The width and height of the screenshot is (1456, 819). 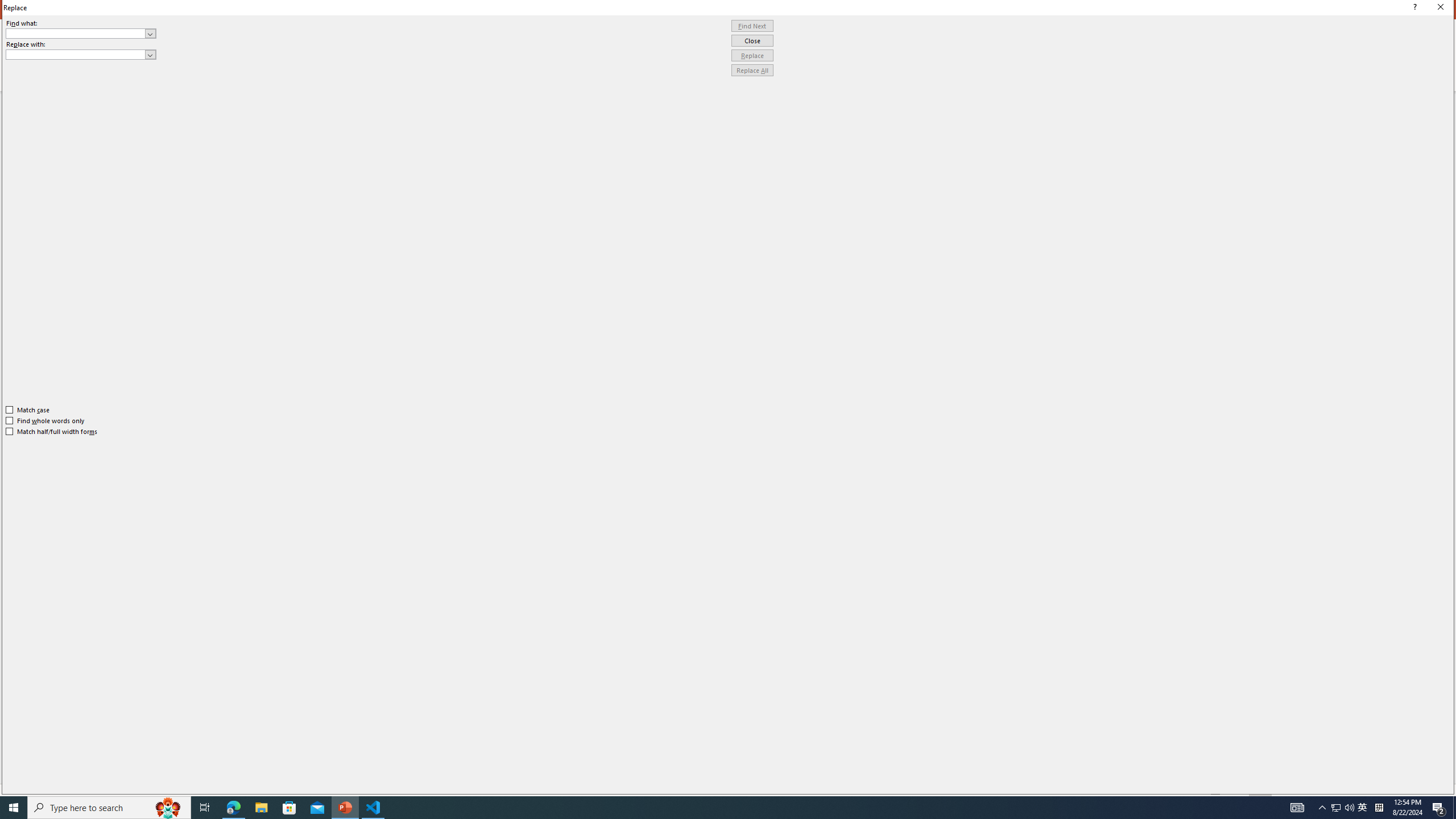 What do you see at coordinates (76, 33) in the screenshot?
I see `'Find what'` at bounding box center [76, 33].